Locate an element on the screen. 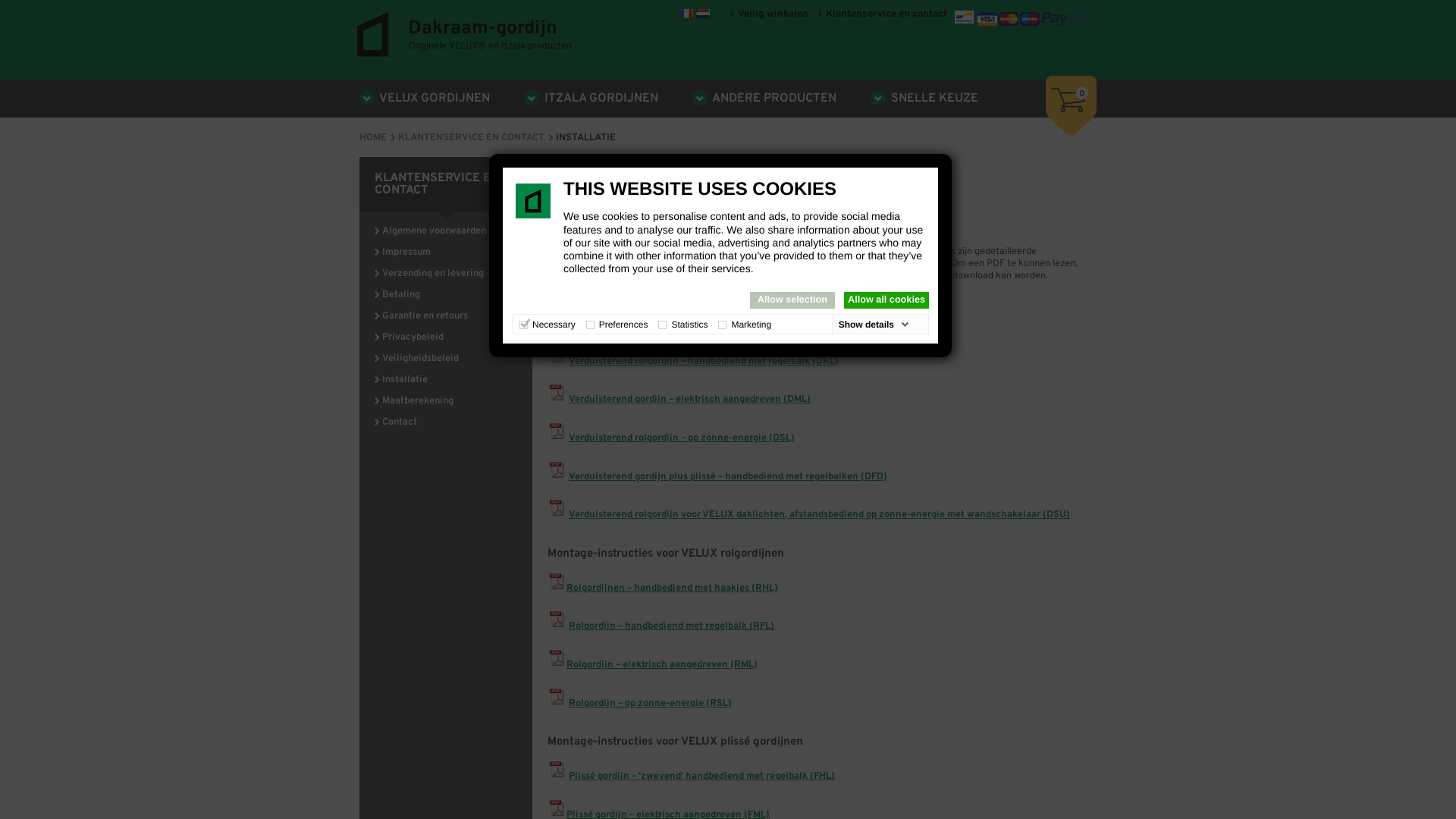 This screenshot has width=1456, height=819. 'Veilig winkelen' is located at coordinates (769, 14).